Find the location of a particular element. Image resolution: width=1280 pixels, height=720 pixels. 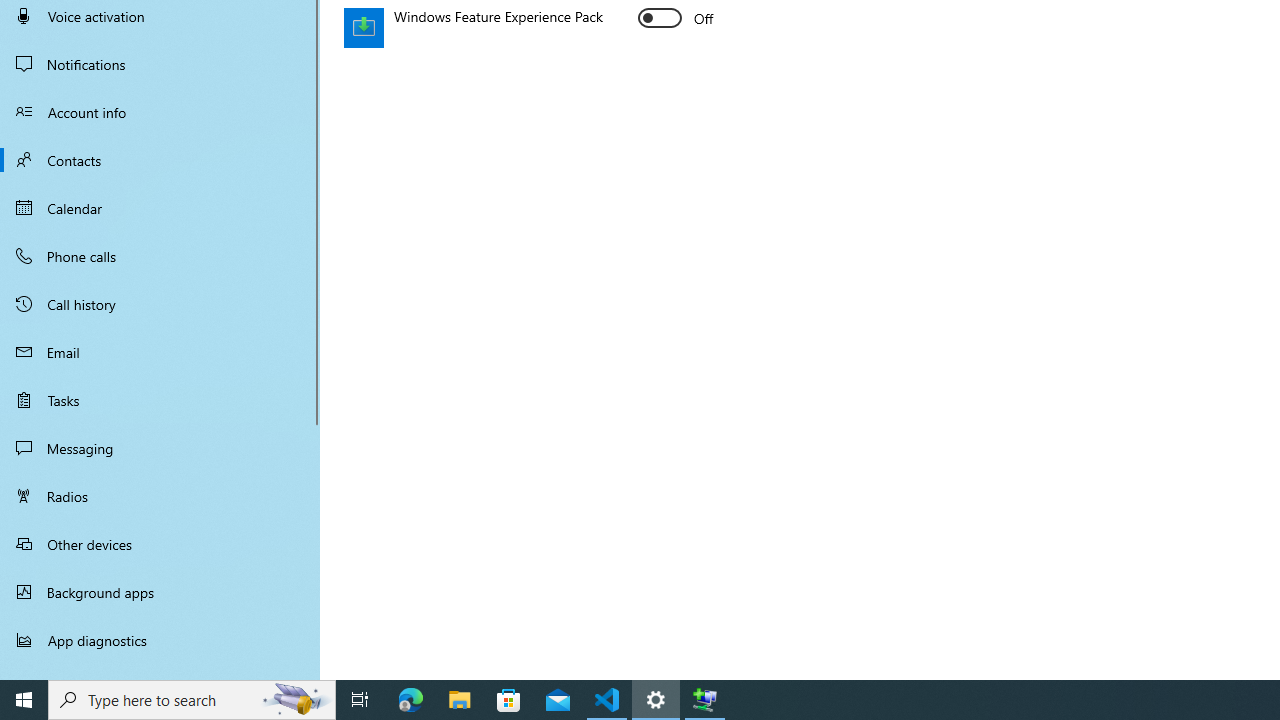

'Call history' is located at coordinates (160, 304).